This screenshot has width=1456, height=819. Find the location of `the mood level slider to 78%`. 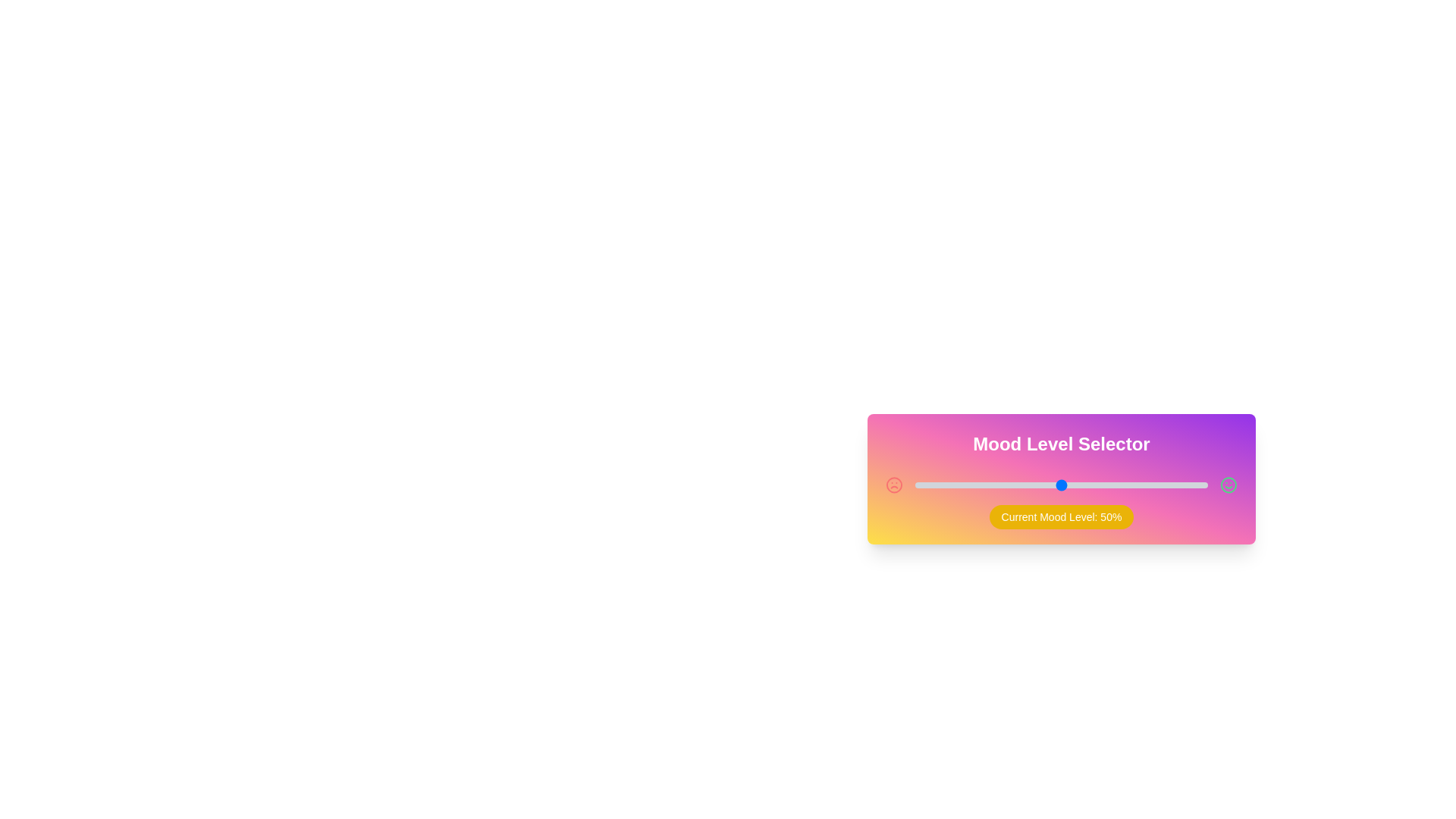

the mood level slider to 78% is located at coordinates (1143, 485).